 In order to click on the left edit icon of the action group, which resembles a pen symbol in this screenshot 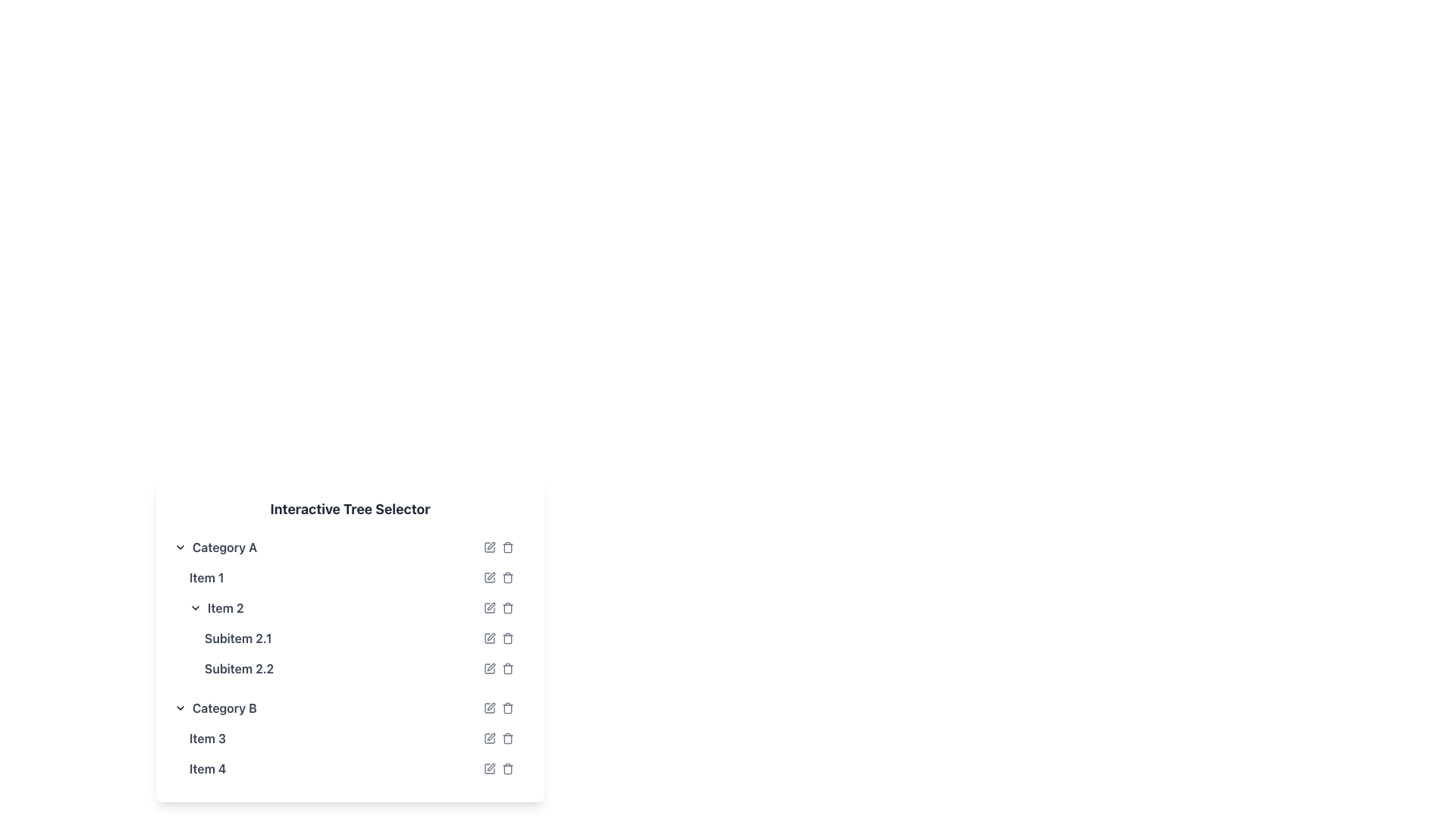, I will do `click(498, 547)`.